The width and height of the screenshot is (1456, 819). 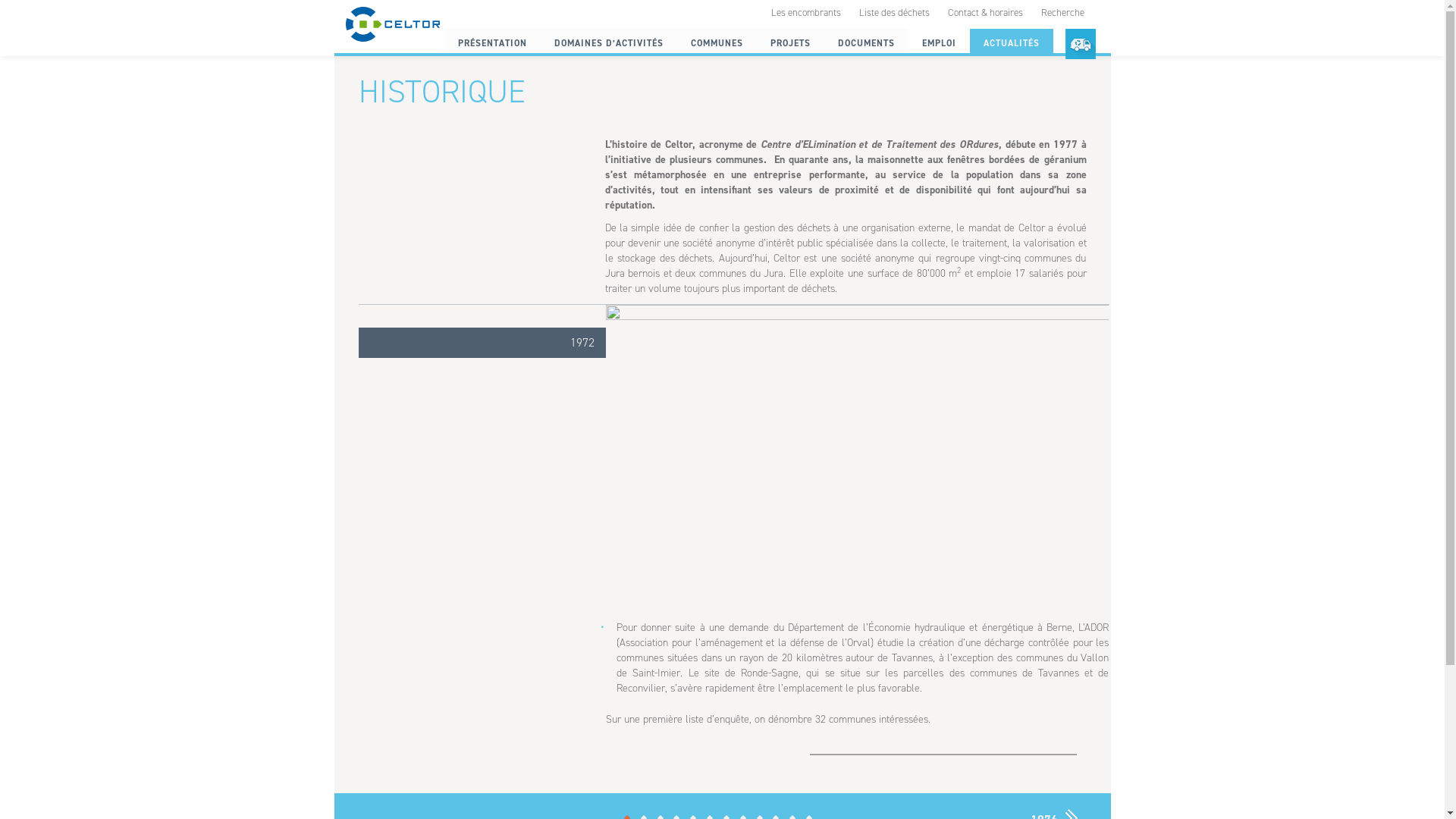 I want to click on 'DOCUMENTS', so click(x=865, y=42).